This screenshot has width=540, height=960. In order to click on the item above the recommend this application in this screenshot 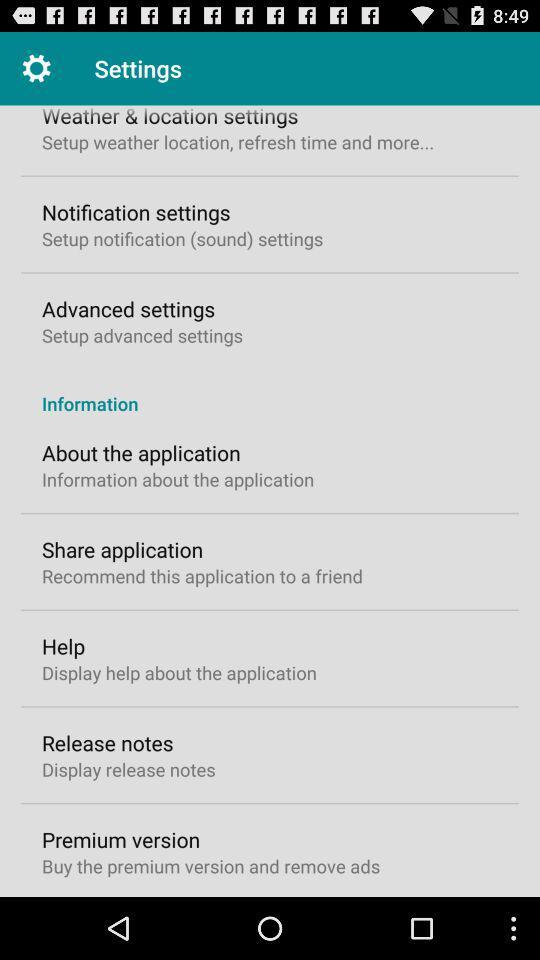, I will do `click(122, 549)`.